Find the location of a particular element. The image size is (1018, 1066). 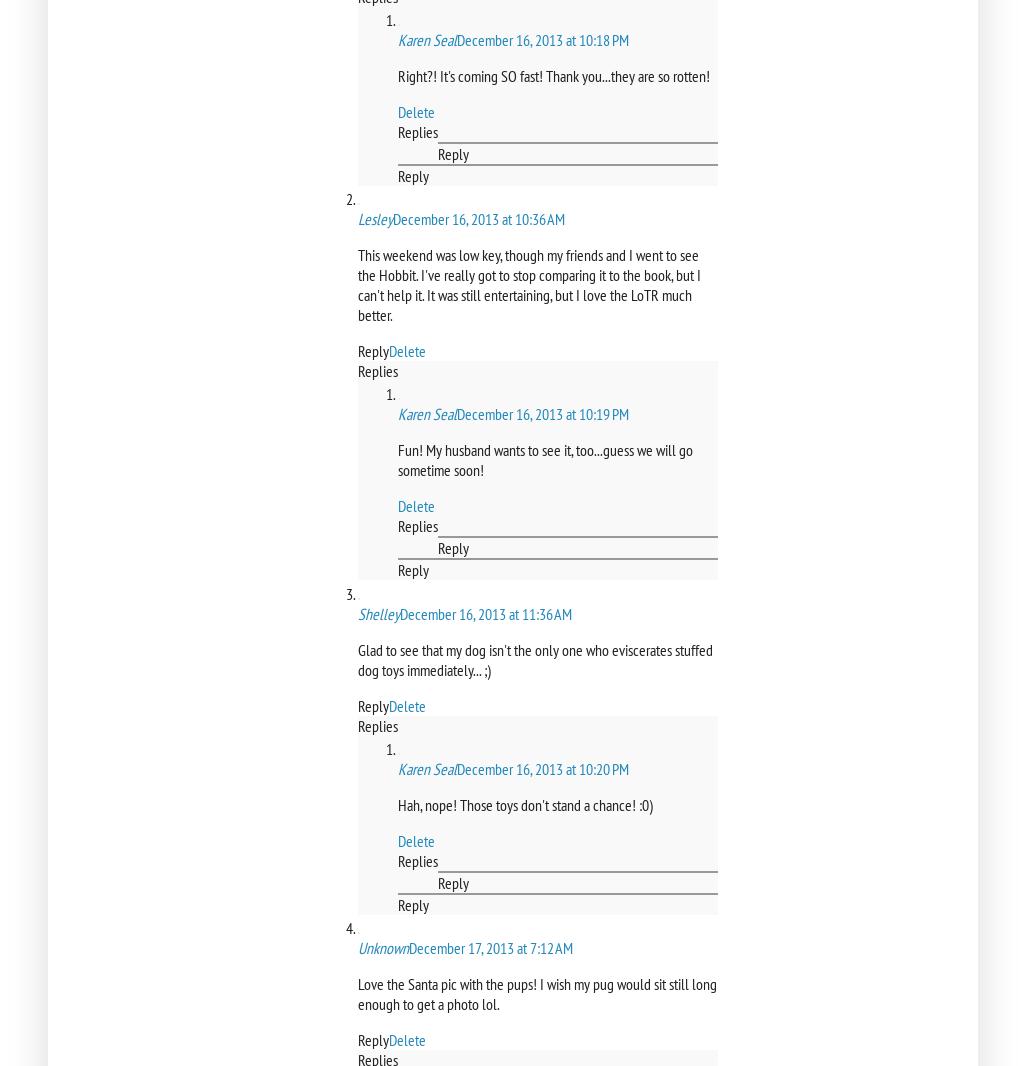

'Right?! It's coming SO fast! Thank you...they are so rotten!' is located at coordinates (552, 74).